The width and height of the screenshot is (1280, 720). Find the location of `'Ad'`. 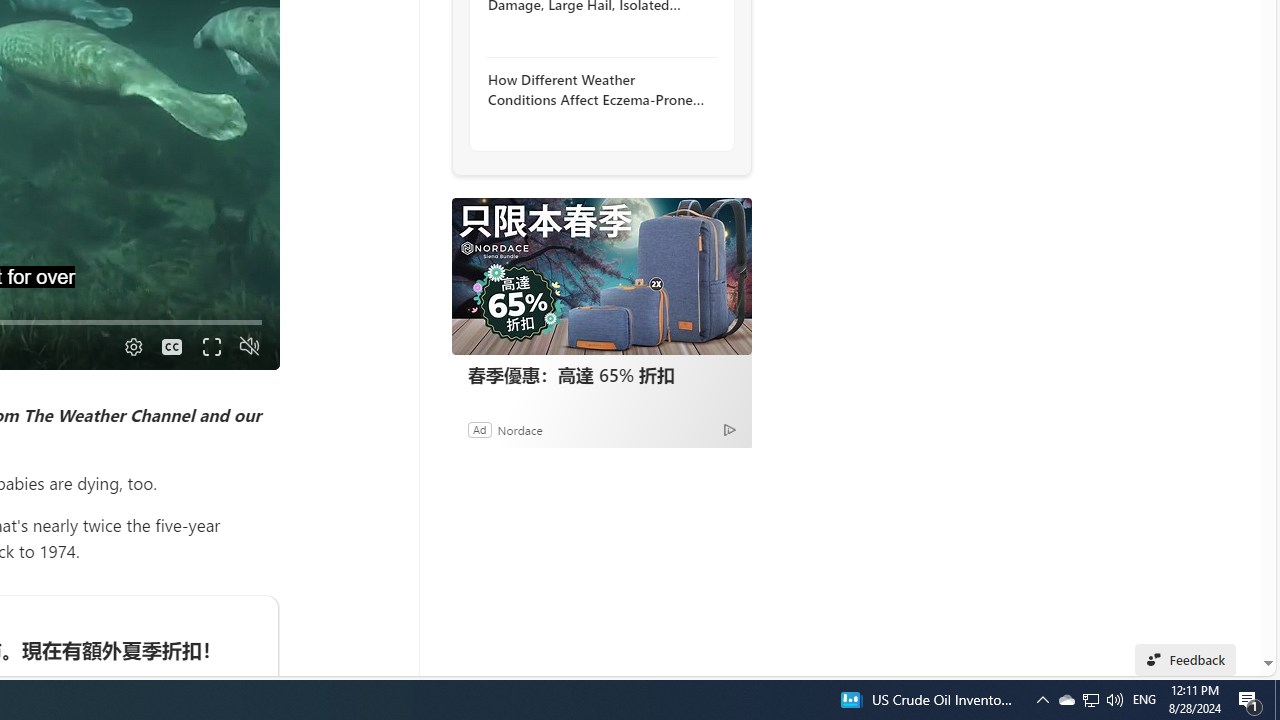

'Ad' is located at coordinates (478, 428).